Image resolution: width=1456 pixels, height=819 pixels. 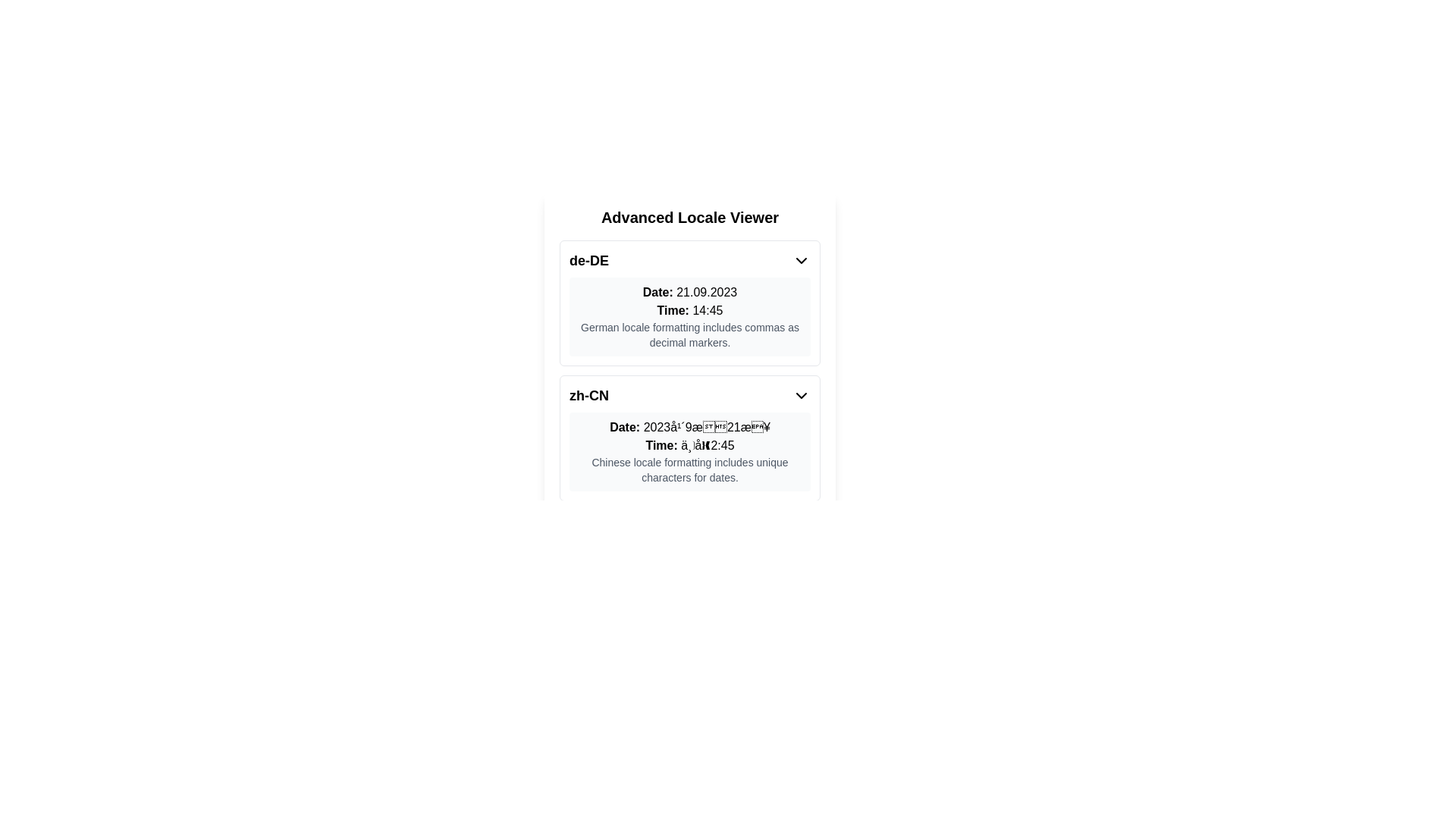 What do you see at coordinates (625, 427) in the screenshot?
I see `the text label displaying 'Date:' in bold formatting, located in the 'zh-CN' section of the interface, at the top of the date and time information block` at bounding box center [625, 427].